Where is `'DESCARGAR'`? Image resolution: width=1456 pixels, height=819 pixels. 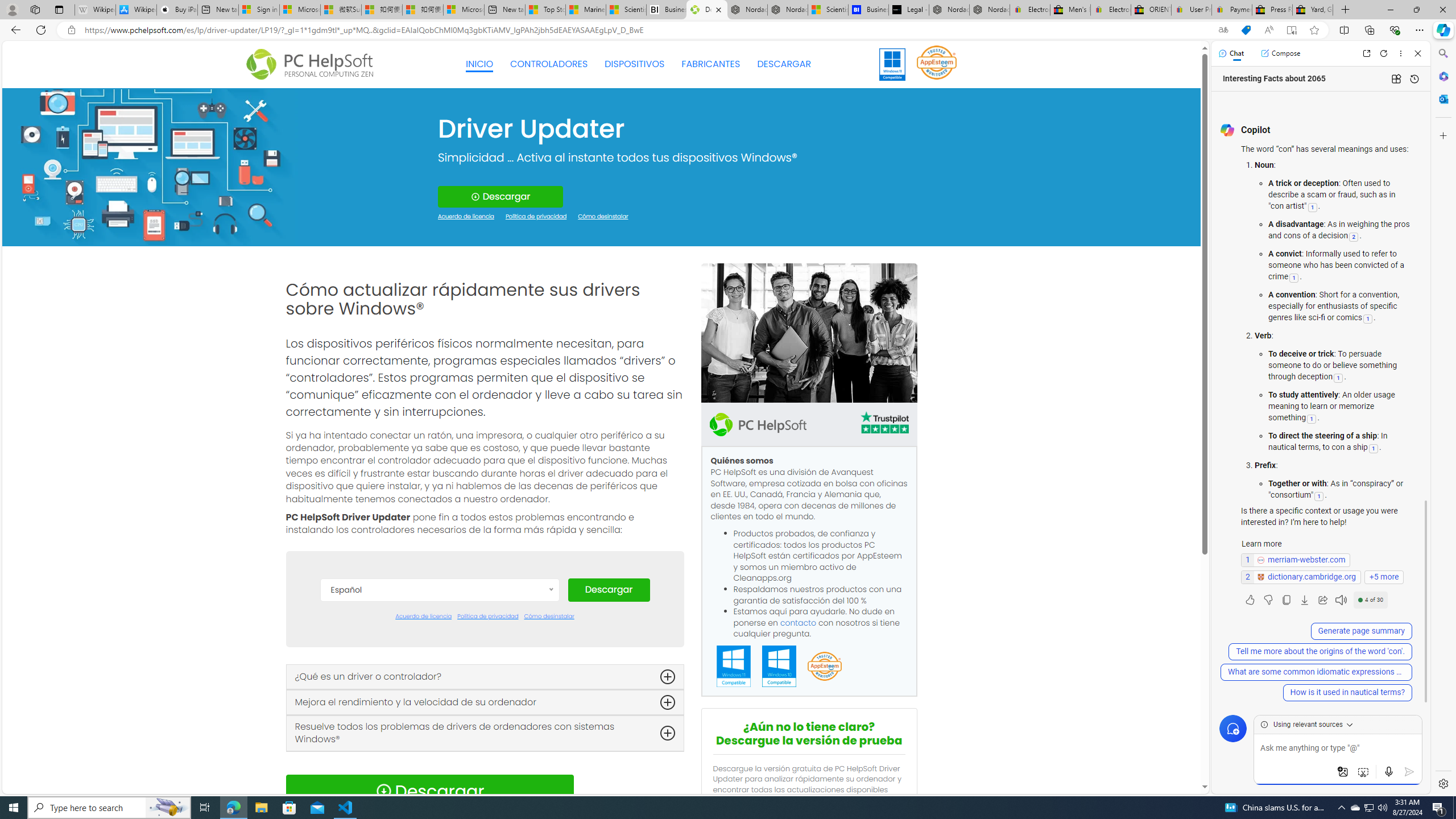 'DESCARGAR' is located at coordinates (783, 64).